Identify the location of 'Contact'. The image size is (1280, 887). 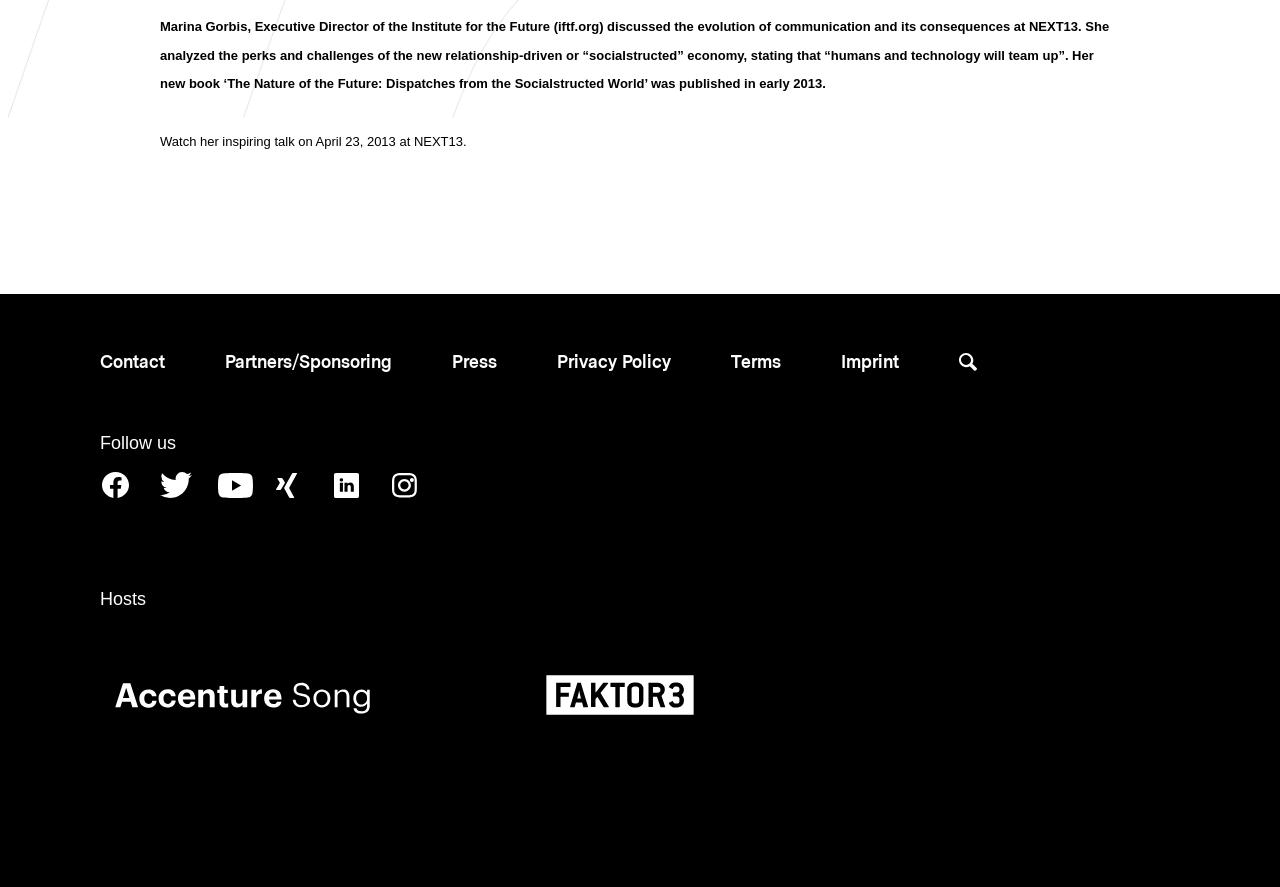
(131, 359).